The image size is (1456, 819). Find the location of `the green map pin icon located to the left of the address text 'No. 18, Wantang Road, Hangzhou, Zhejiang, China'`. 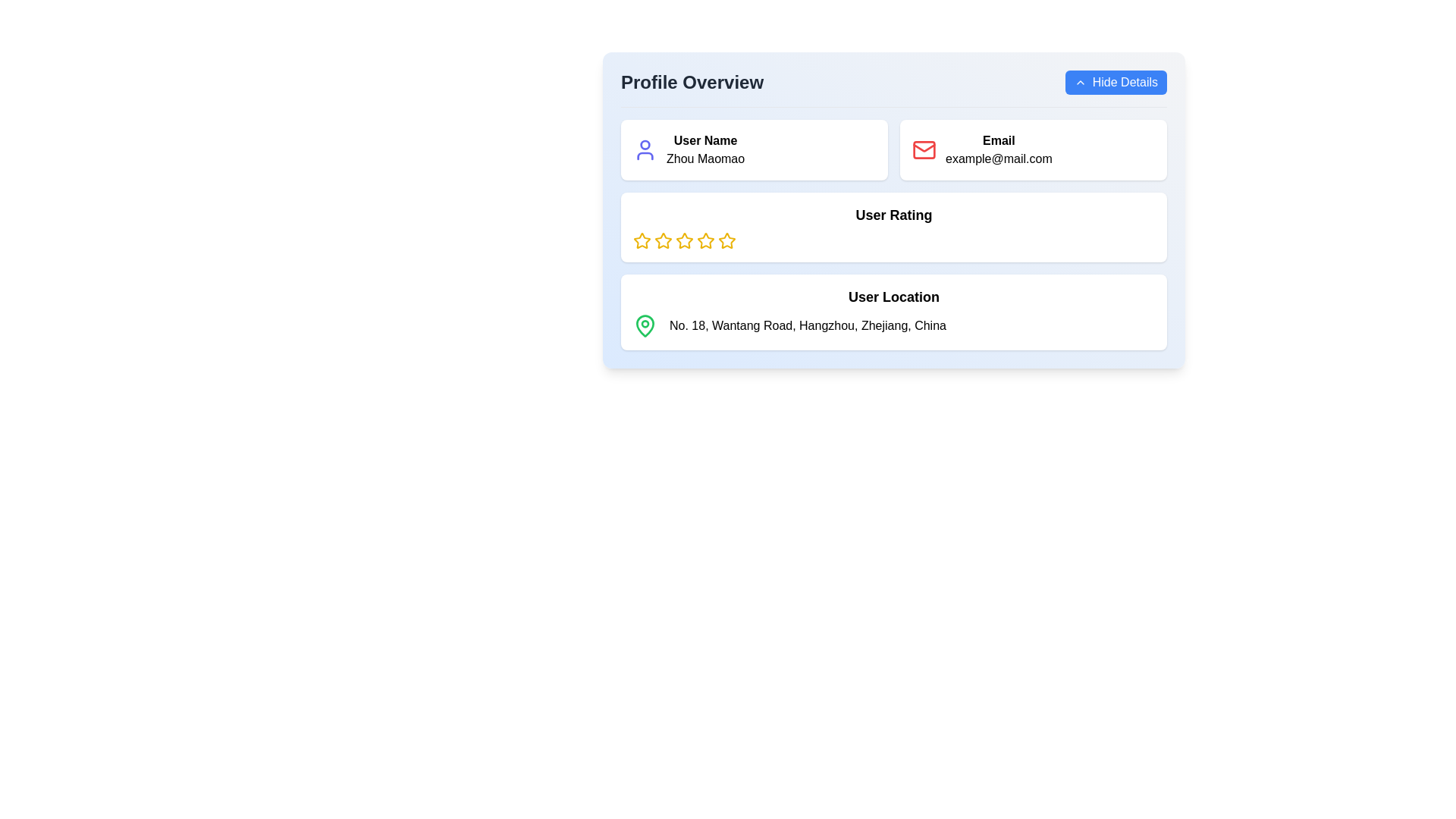

the green map pin icon located to the left of the address text 'No. 18, Wantang Road, Hangzhou, Zhejiang, China' is located at coordinates (645, 325).